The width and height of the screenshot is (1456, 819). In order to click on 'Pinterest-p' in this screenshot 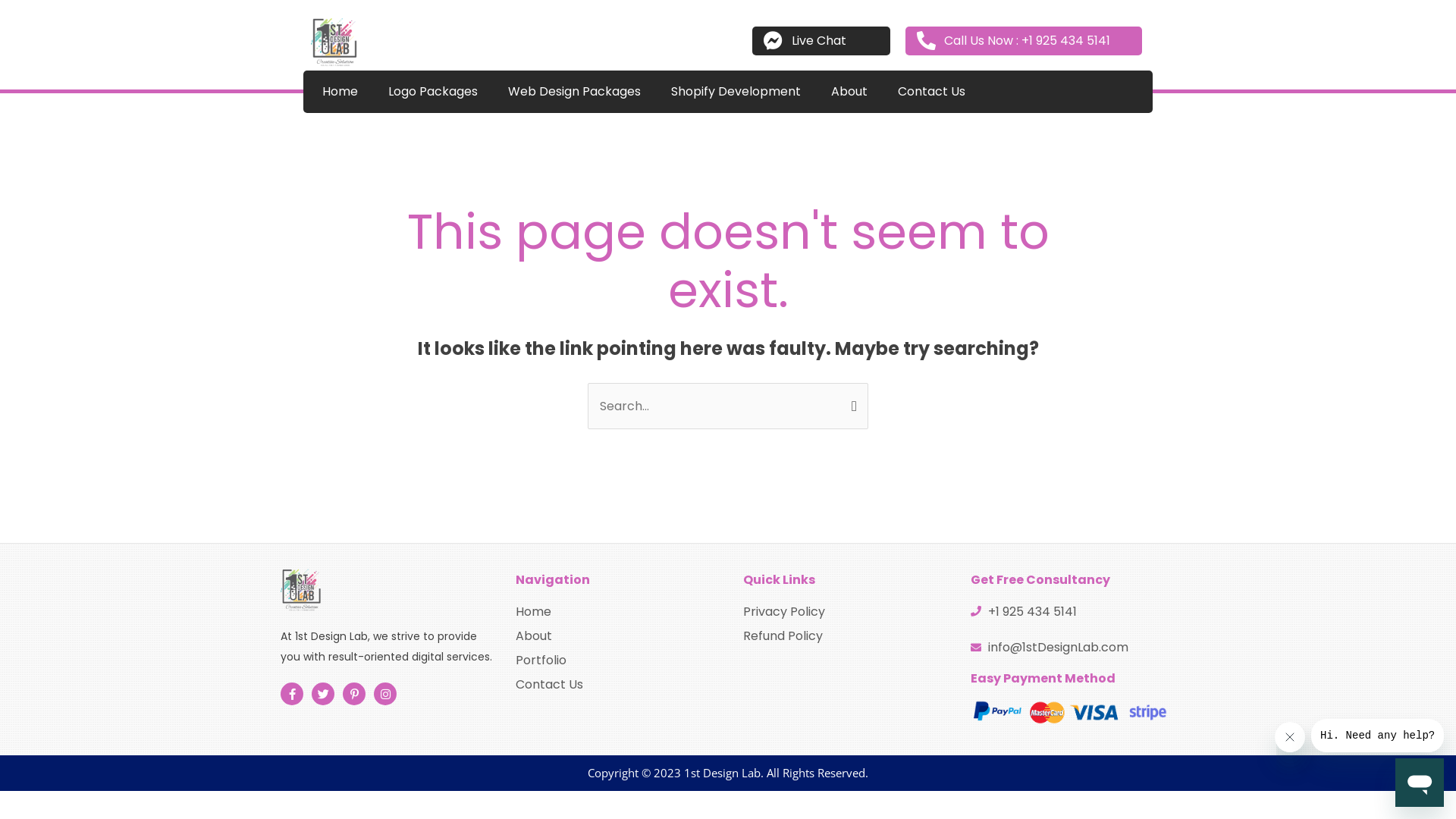, I will do `click(353, 693)`.